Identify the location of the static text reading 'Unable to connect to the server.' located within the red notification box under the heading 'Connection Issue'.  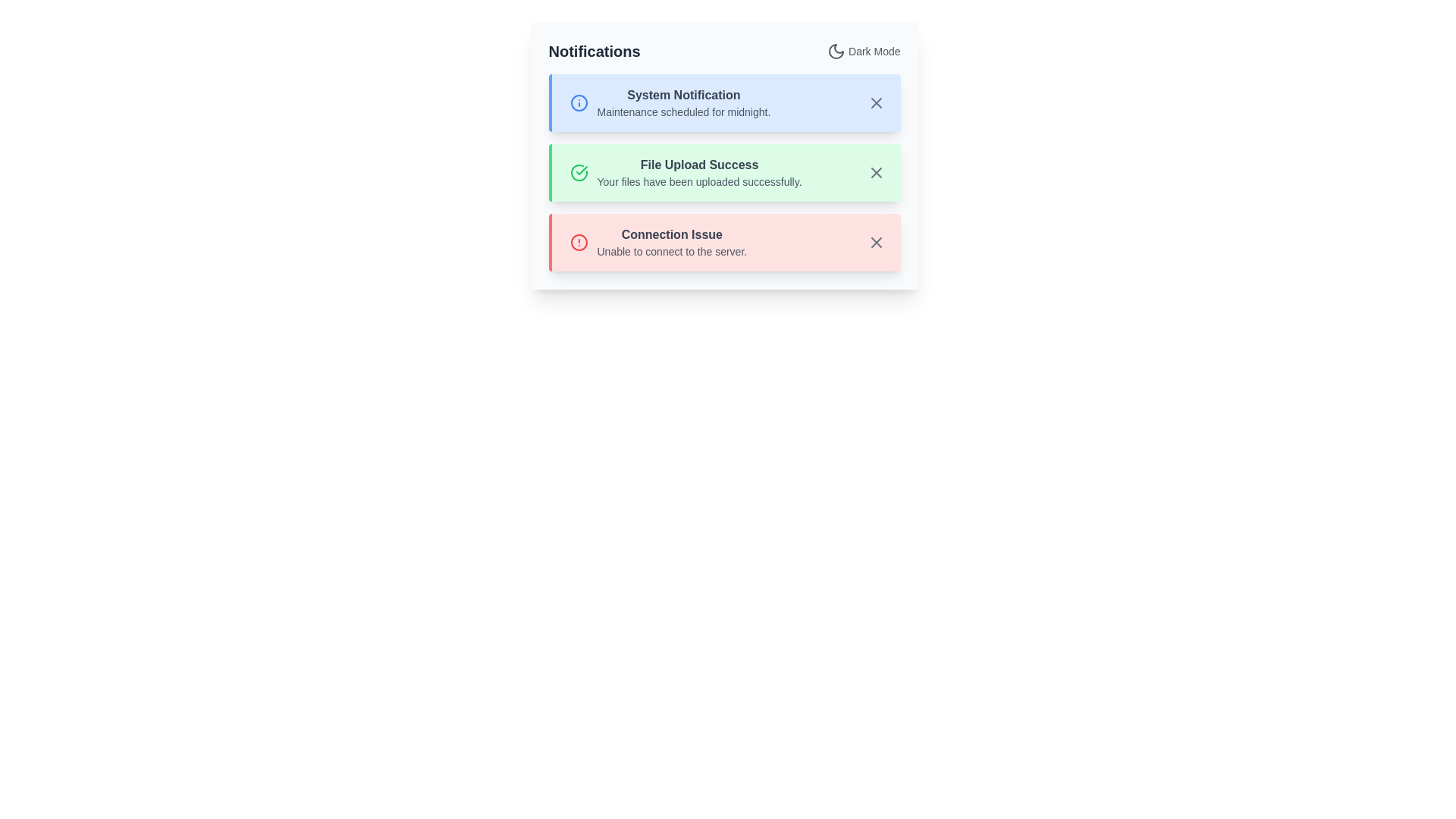
(671, 250).